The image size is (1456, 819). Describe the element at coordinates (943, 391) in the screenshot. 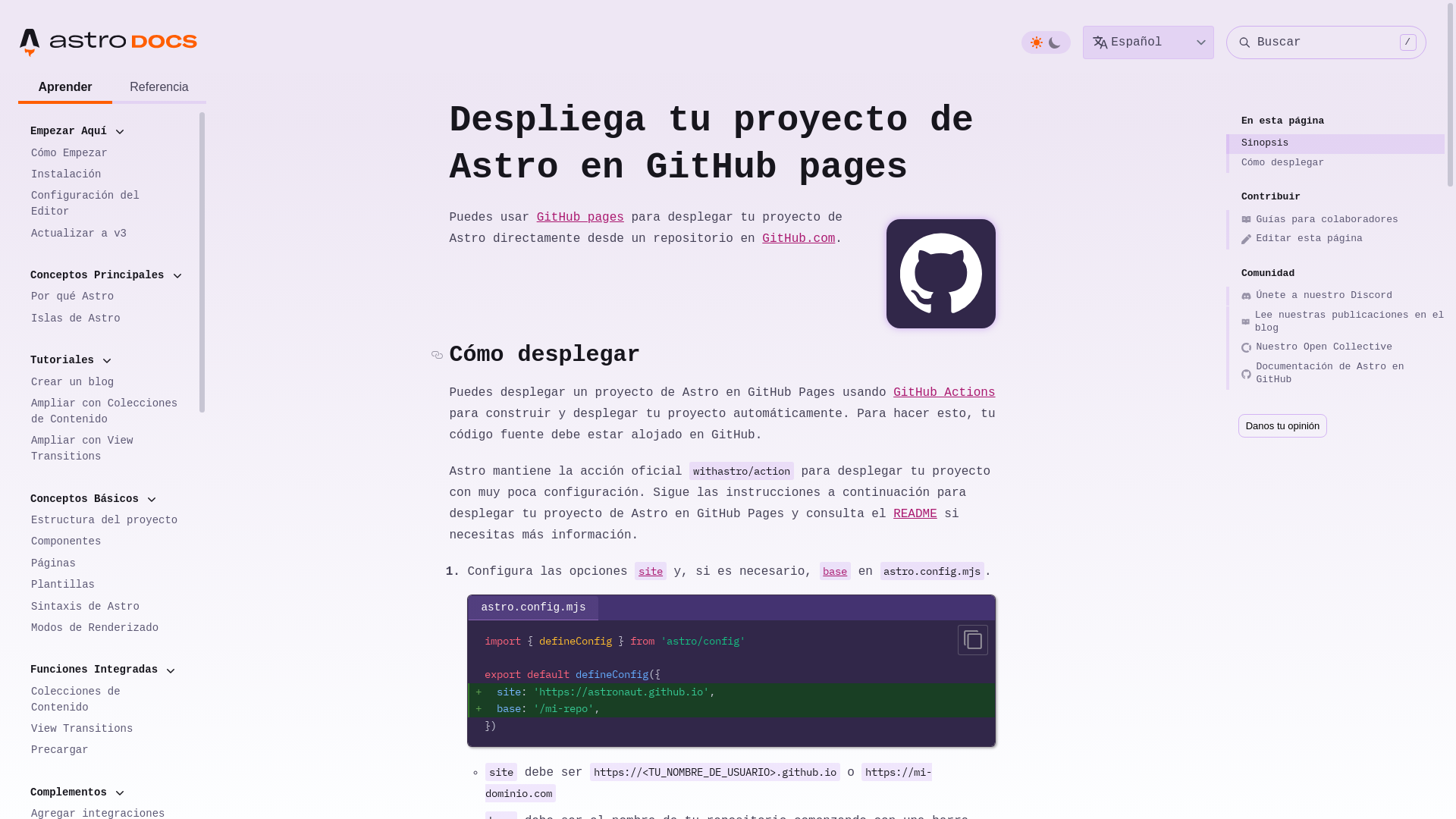

I see `'GitHub Actions'` at that location.